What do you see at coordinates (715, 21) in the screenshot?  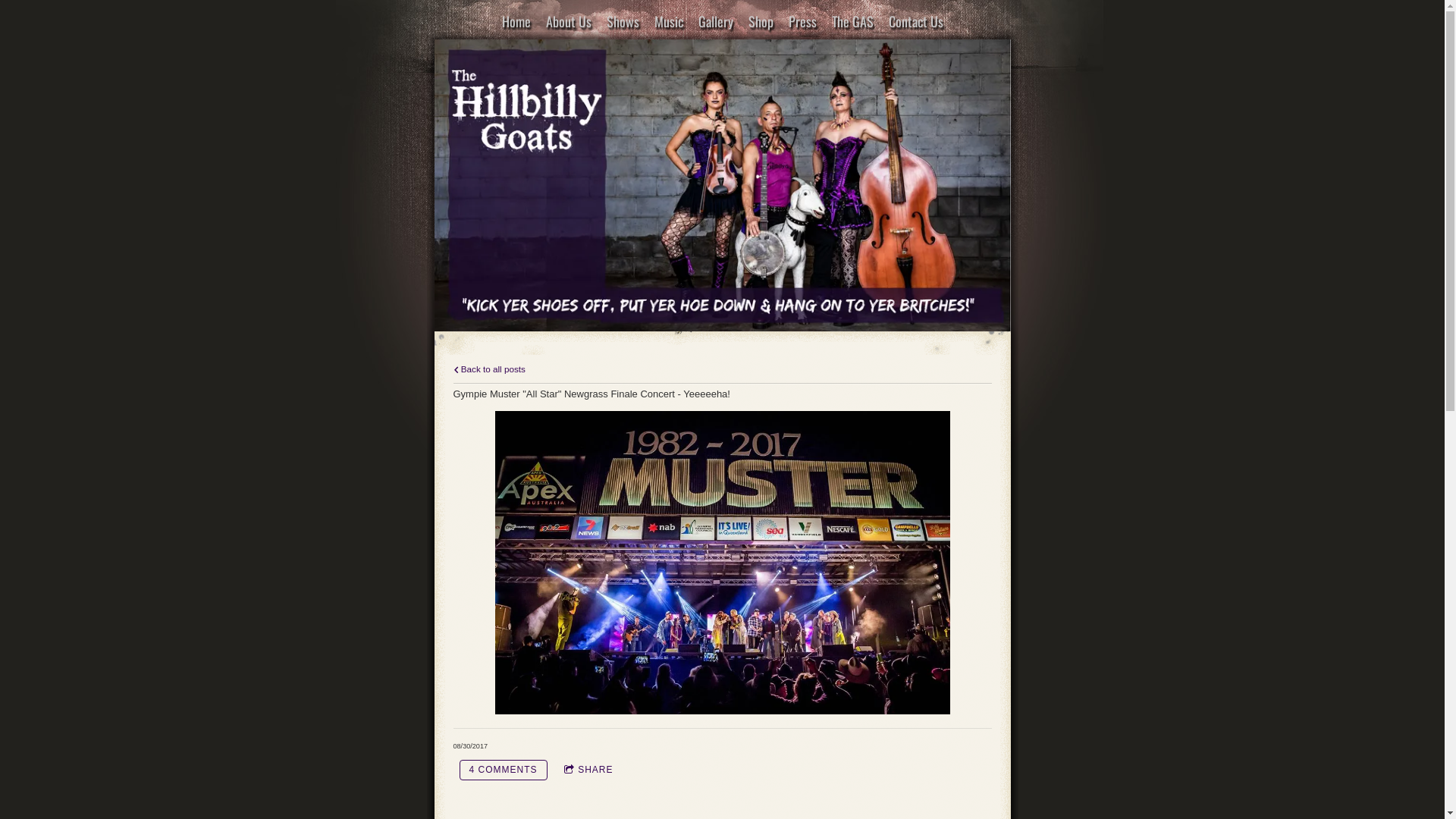 I see `'Gallery'` at bounding box center [715, 21].